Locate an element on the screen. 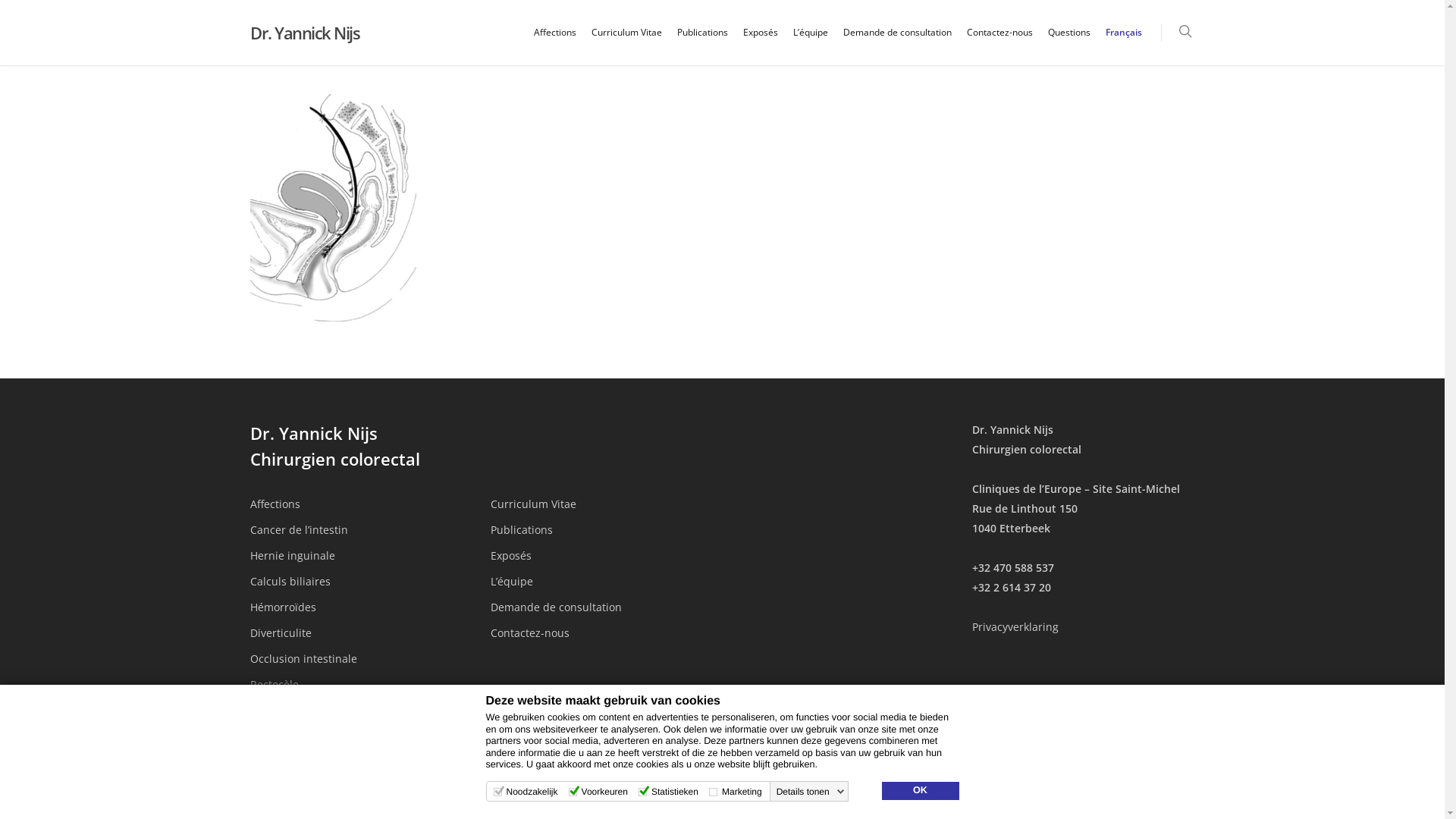 The height and width of the screenshot is (819, 1456). 'Diverticulite' is located at coordinates (250, 632).